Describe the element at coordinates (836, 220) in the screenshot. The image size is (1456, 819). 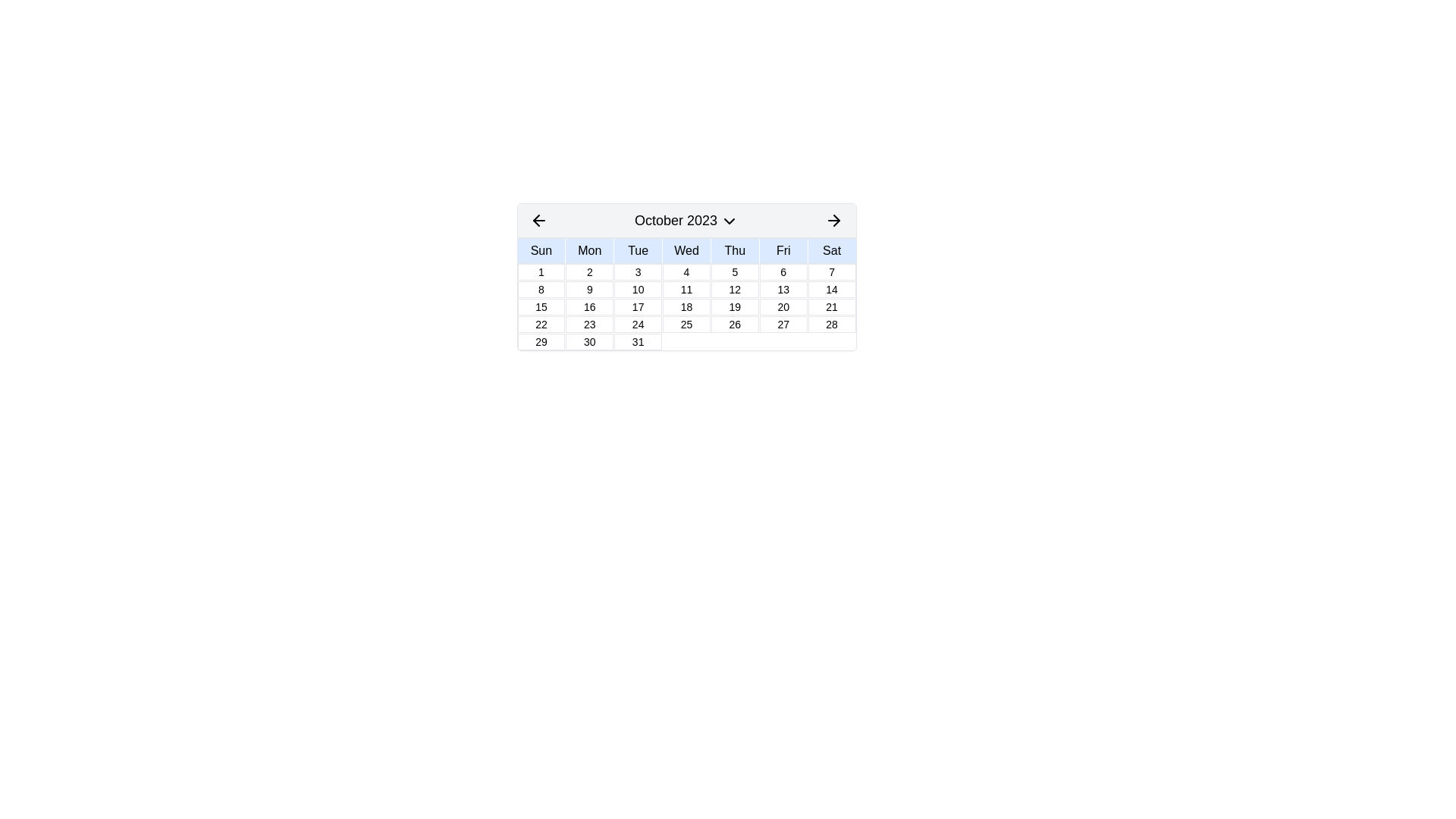
I see `the right-pointing arrow button located in the navigation bar at the top-right corner of the calendar interface` at that location.